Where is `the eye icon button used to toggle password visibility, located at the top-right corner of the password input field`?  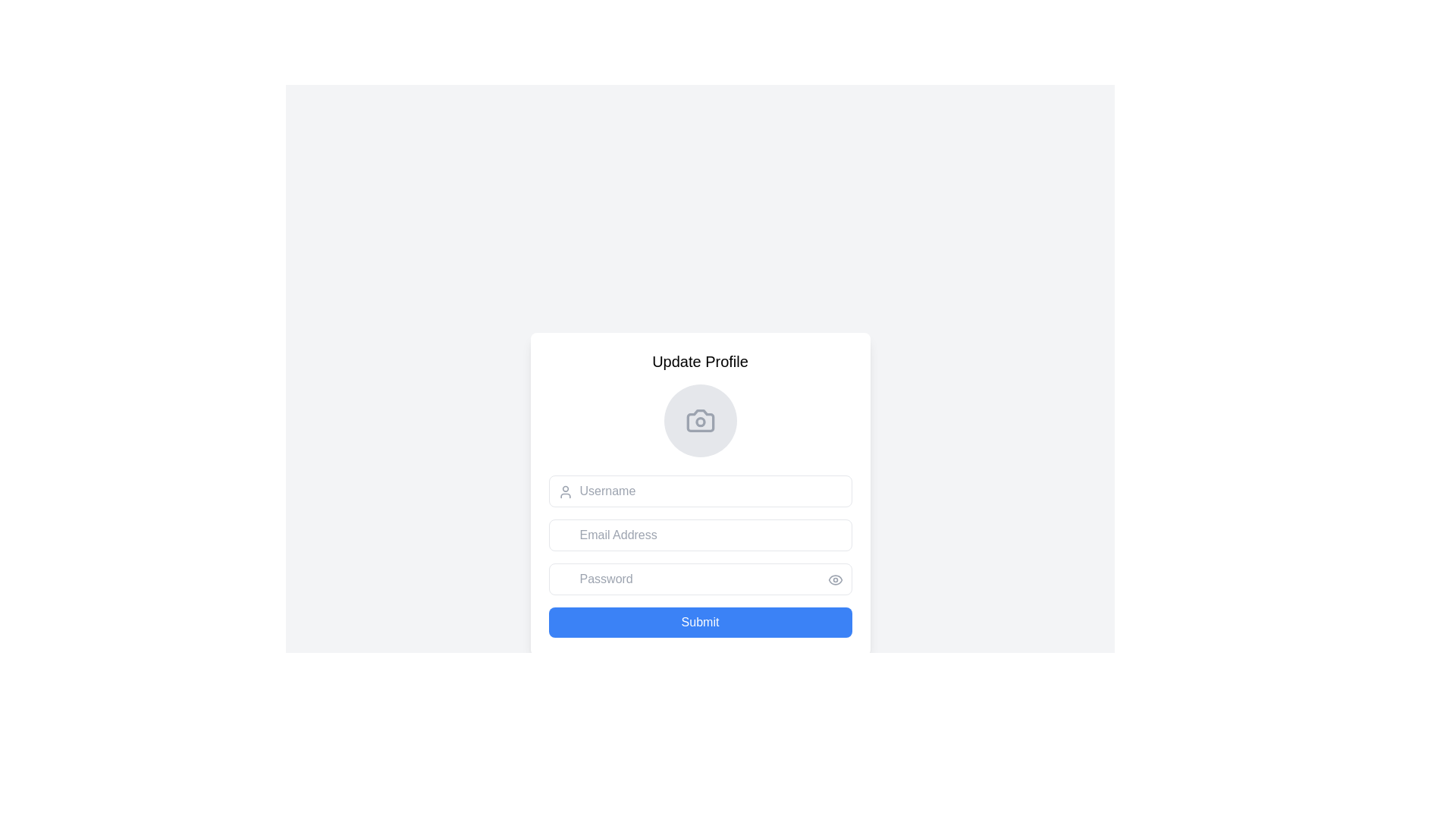 the eye icon button used to toggle password visibility, located at the top-right corner of the password input field is located at coordinates (834, 579).